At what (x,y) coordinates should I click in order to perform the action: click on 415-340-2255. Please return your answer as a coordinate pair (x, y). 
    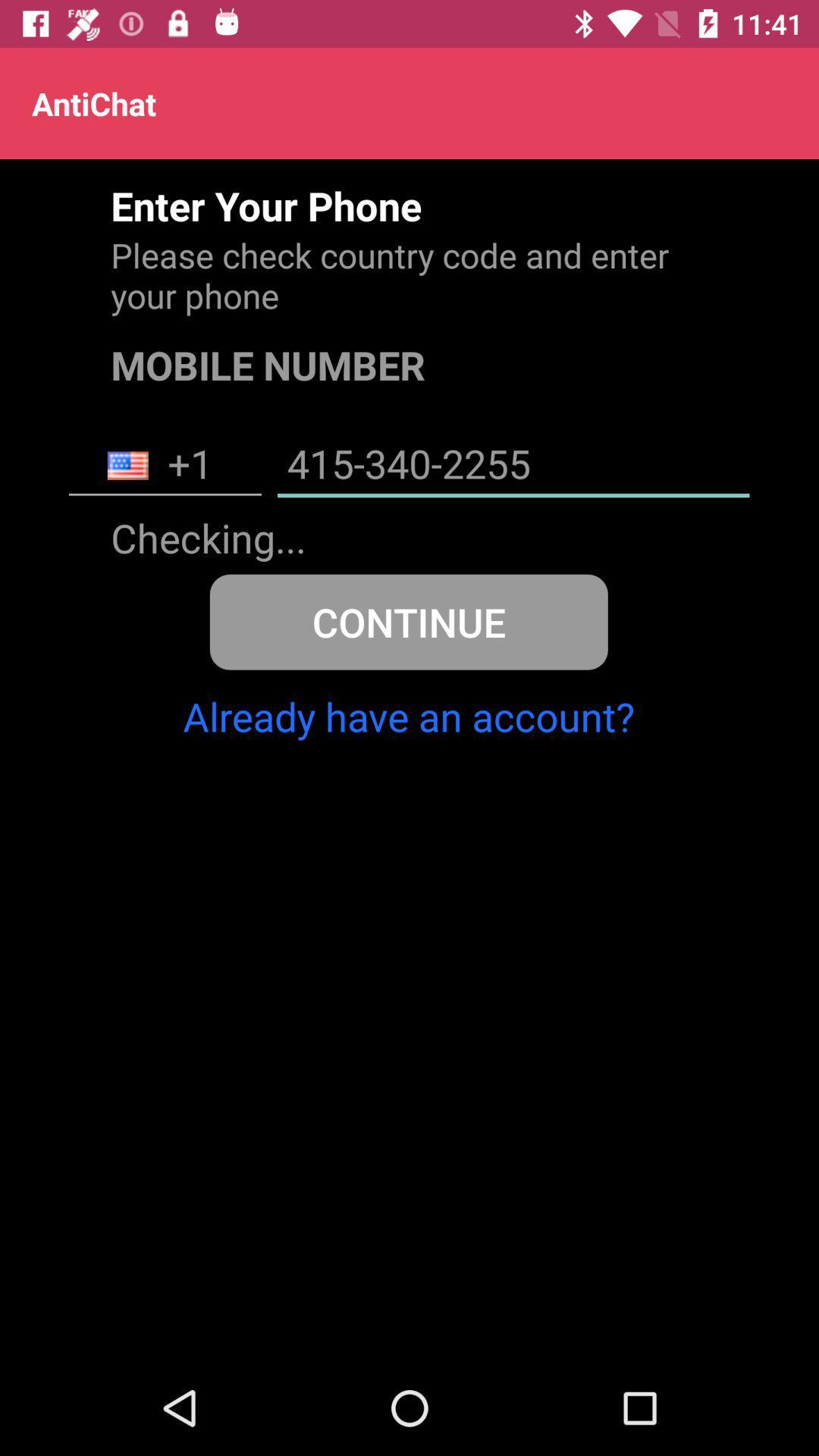
    Looking at the image, I should click on (513, 465).